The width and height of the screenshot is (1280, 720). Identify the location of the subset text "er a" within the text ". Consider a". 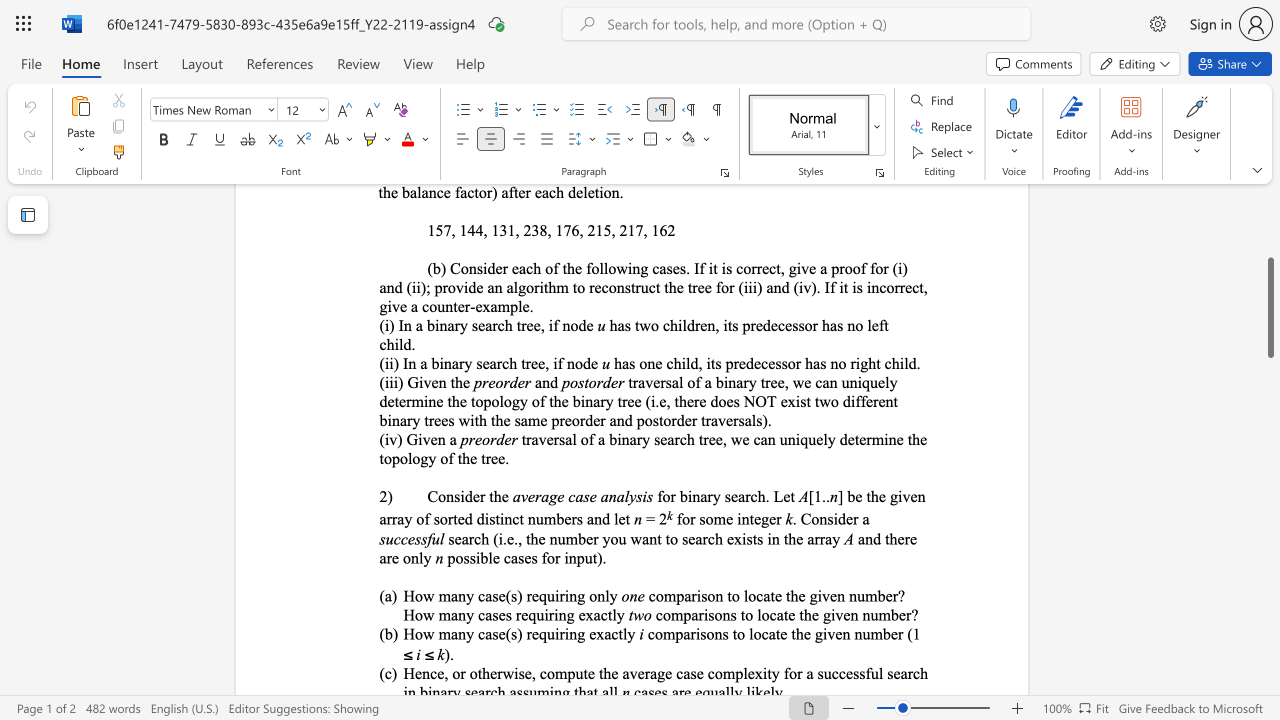
(846, 518).